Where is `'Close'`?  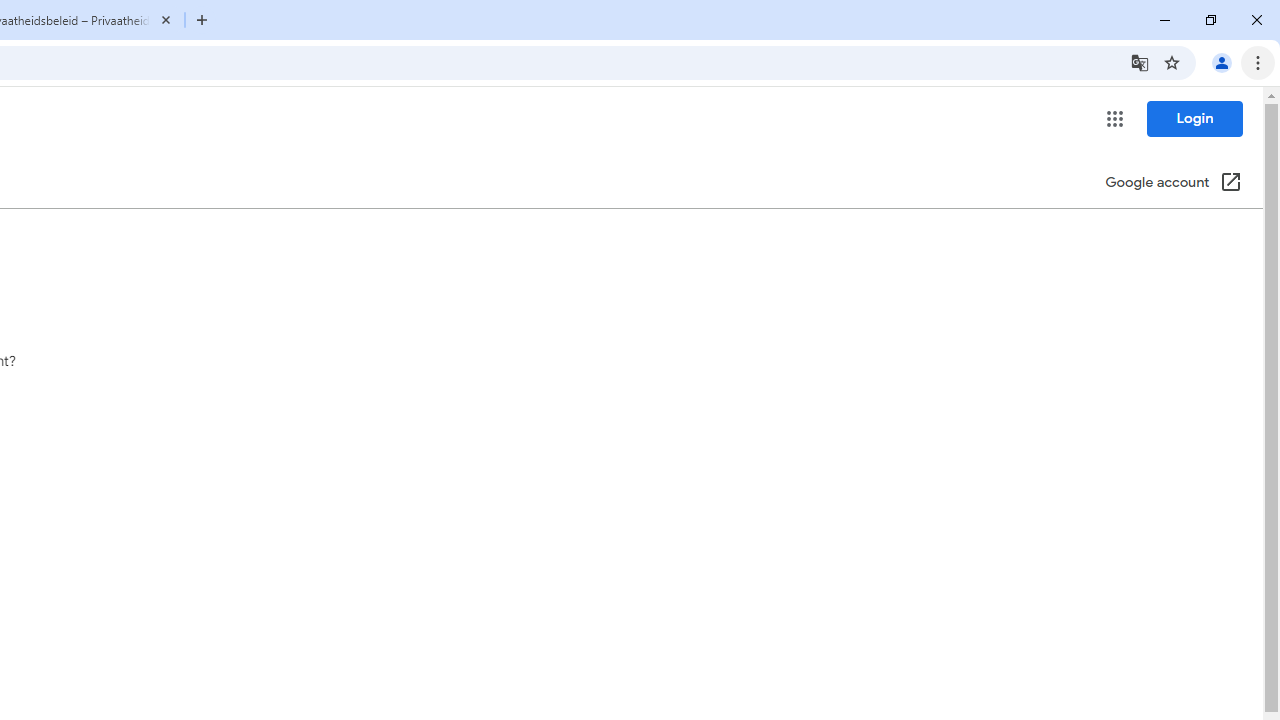 'Close' is located at coordinates (166, 19).